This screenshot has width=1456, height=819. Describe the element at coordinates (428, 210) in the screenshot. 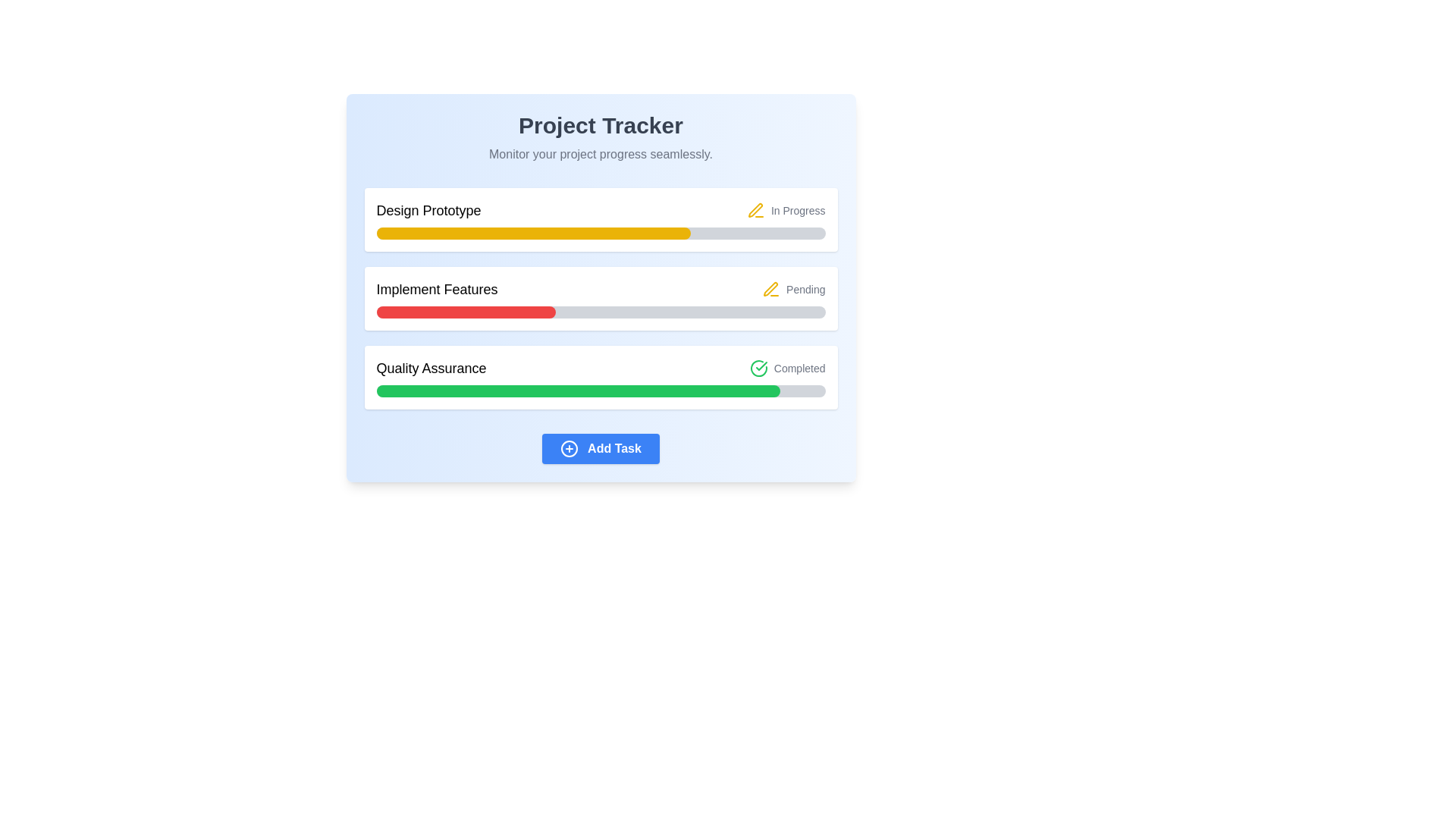

I see `the static text label reading 'Design Prototype', which is a bold, dark-colored label located at the top left of a card-like section above a horizontal yellow progress bar` at that location.